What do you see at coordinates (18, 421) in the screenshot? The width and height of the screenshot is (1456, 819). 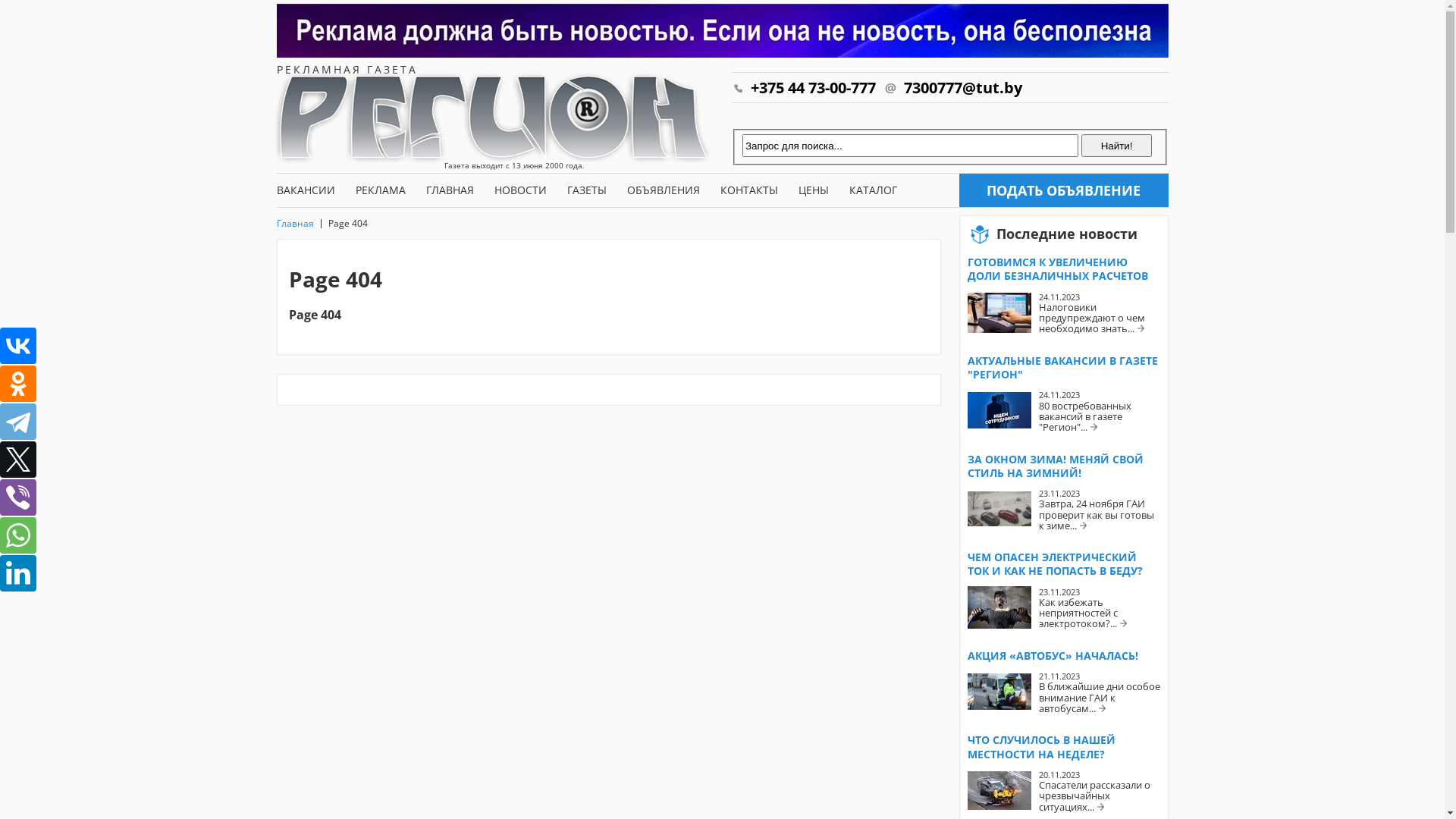 I see `'Telegram'` at bounding box center [18, 421].